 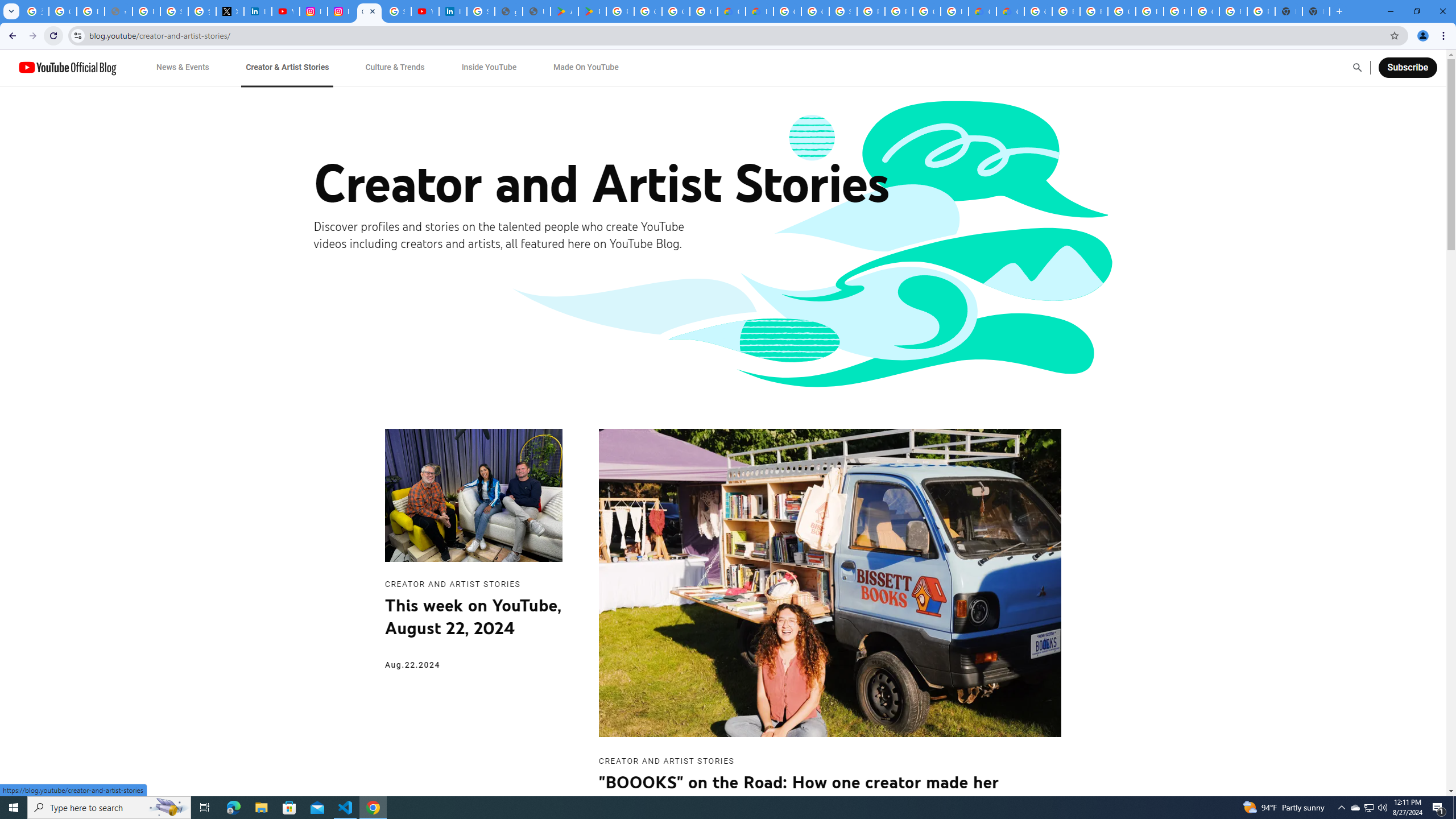 What do you see at coordinates (1205, 11) in the screenshot?
I see `'Google Cloud Platform'` at bounding box center [1205, 11].